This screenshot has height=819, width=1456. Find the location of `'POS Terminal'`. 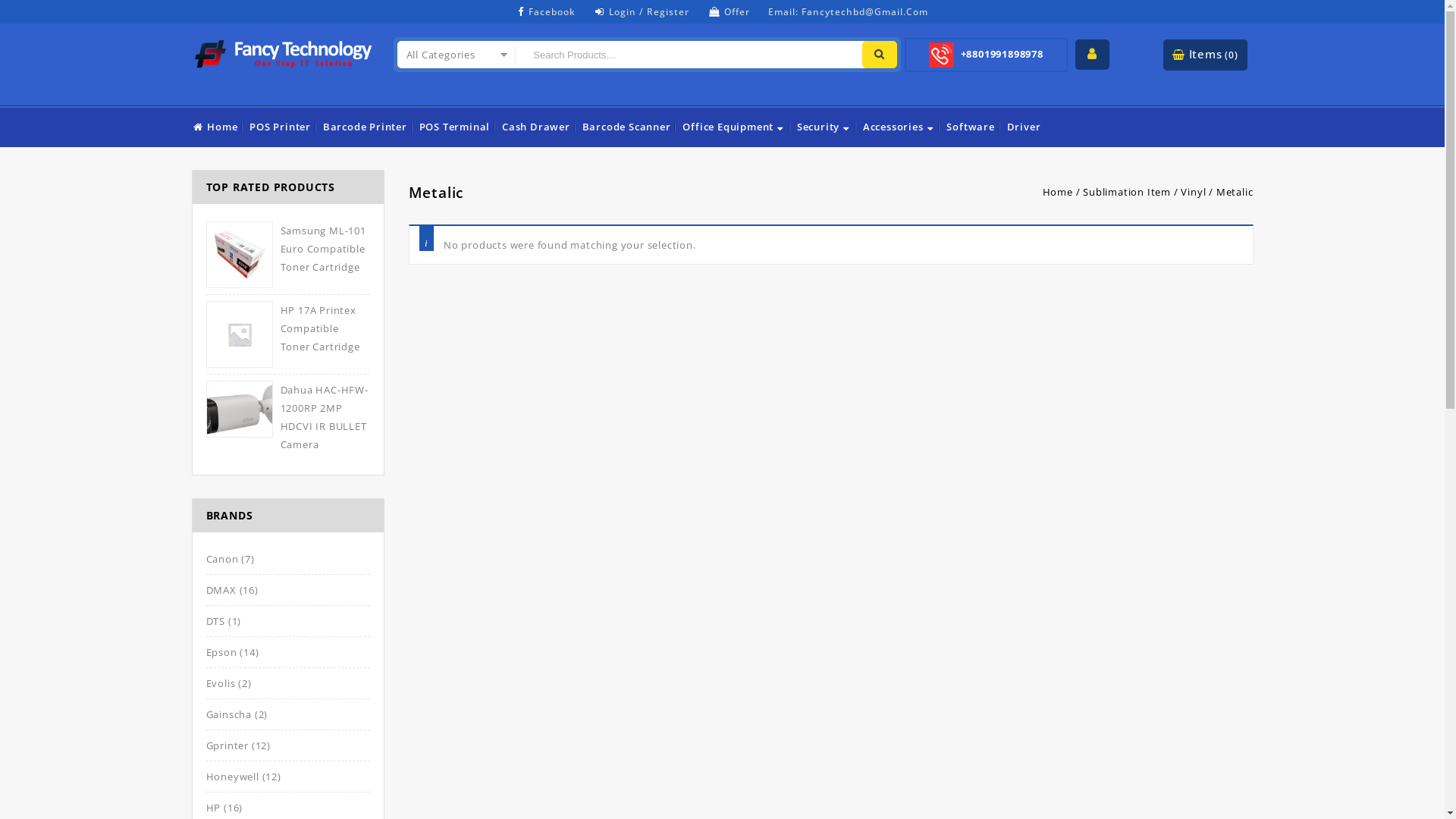

'POS Terminal' is located at coordinates (419, 125).